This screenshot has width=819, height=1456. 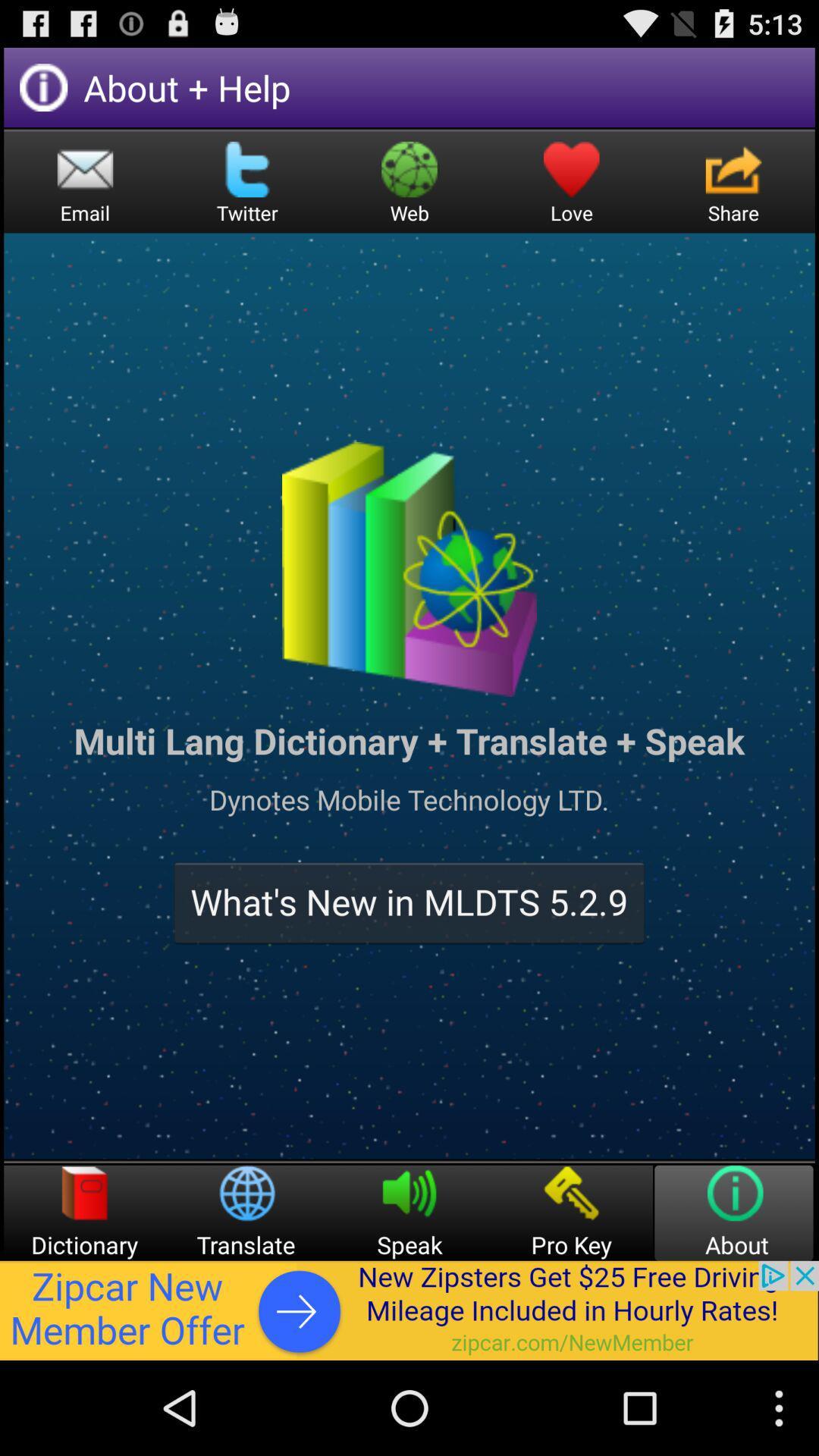 I want to click on interact with advertisement, so click(x=409, y=1310).